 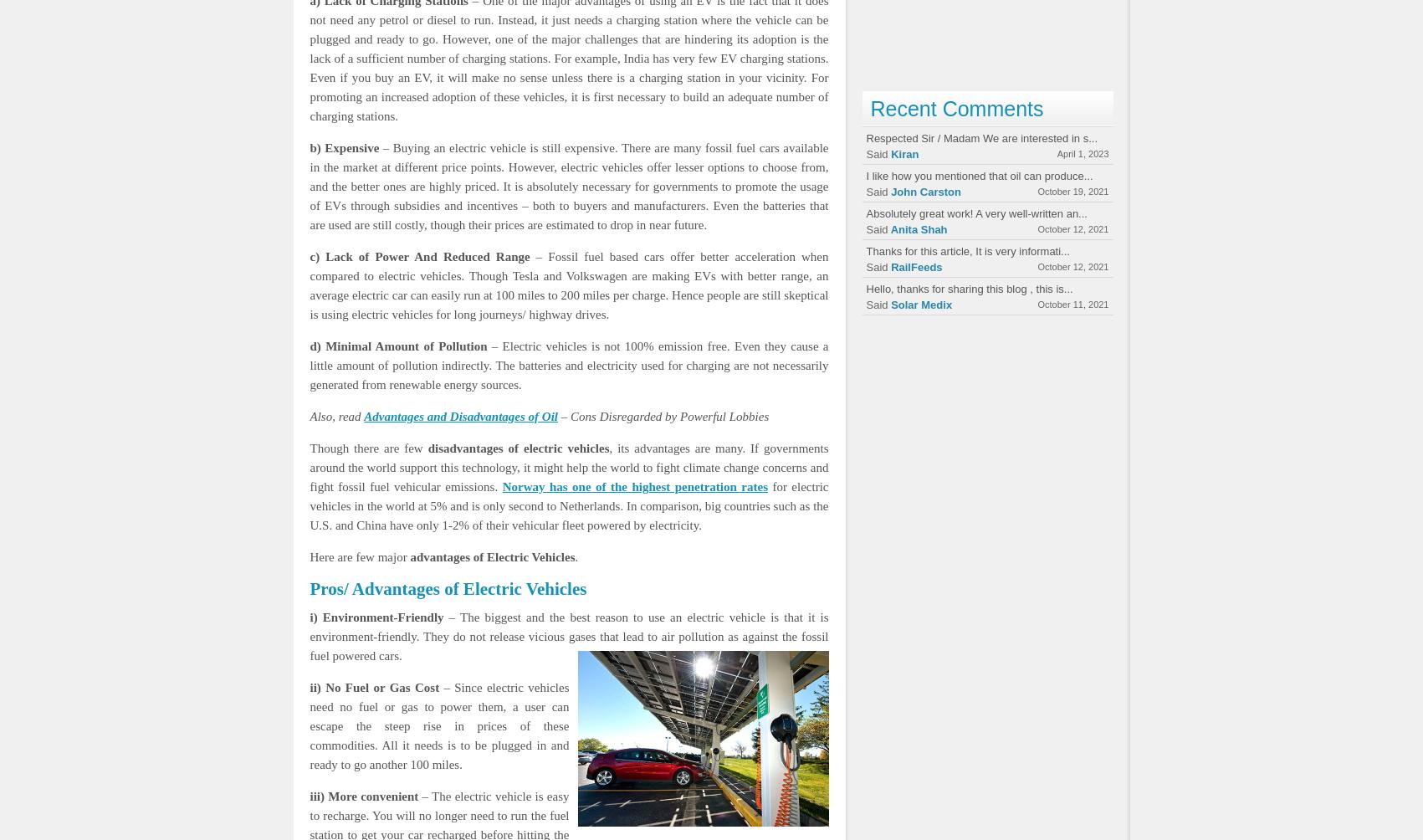 I want to click on 'Pros/ Advantages of Electric Vehicles', so click(x=448, y=588).